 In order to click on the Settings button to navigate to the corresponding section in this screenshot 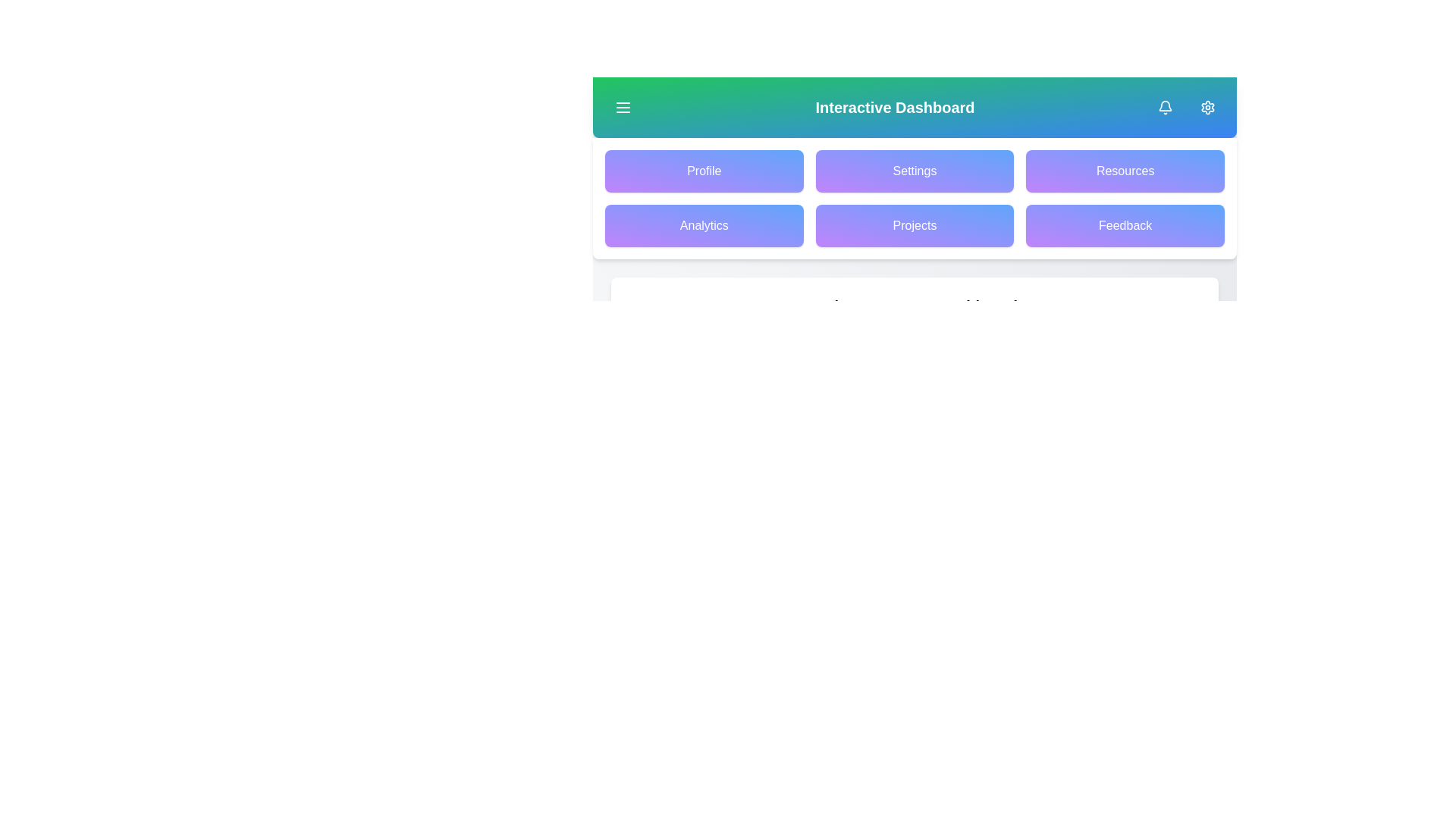, I will do `click(913, 171)`.